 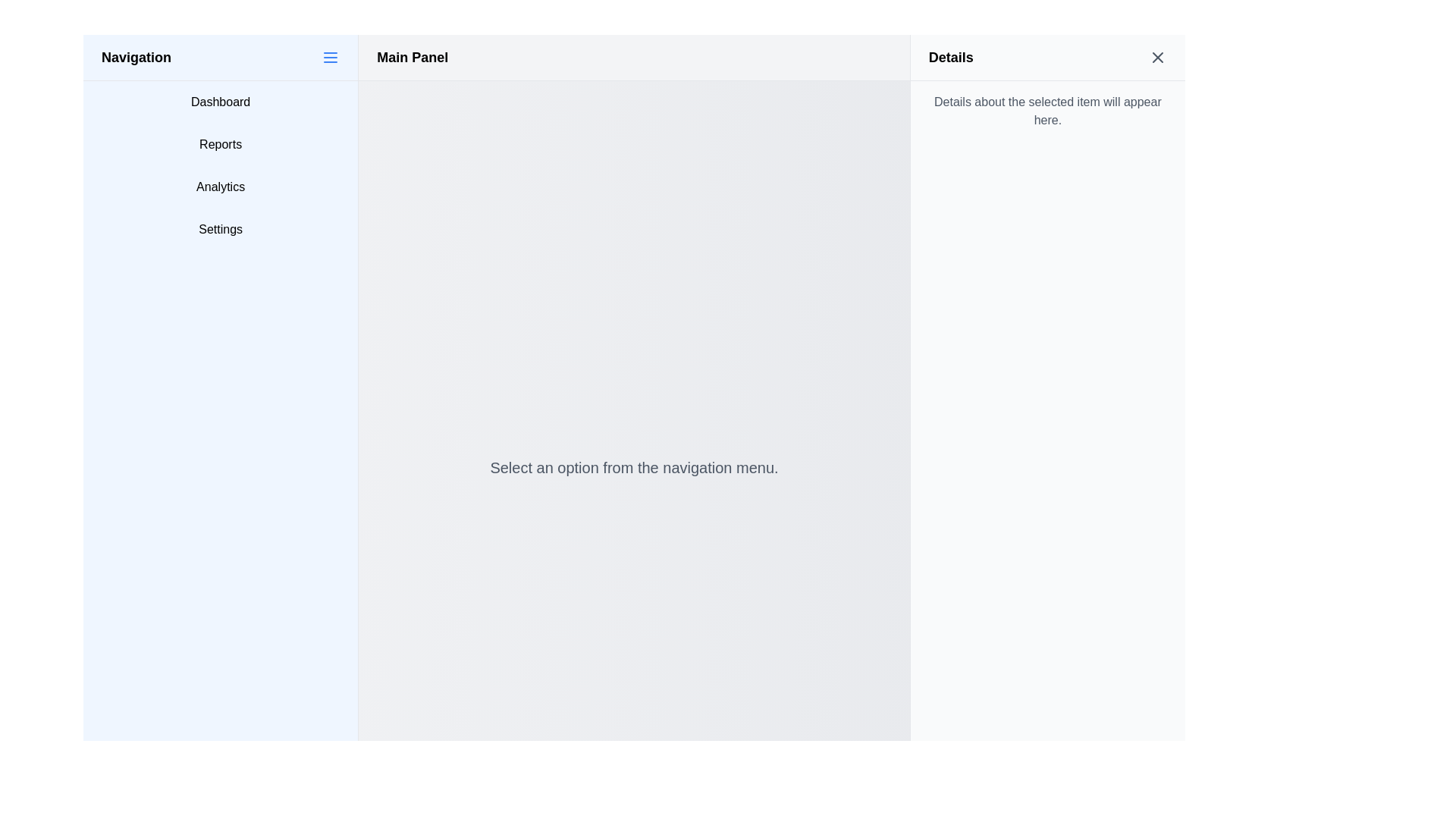 What do you see at coordinates (220, 102) in the screenshot?
I see `the first menu item in the vertical list of menu options in the left sidebar` at bounding box center [220, 102].